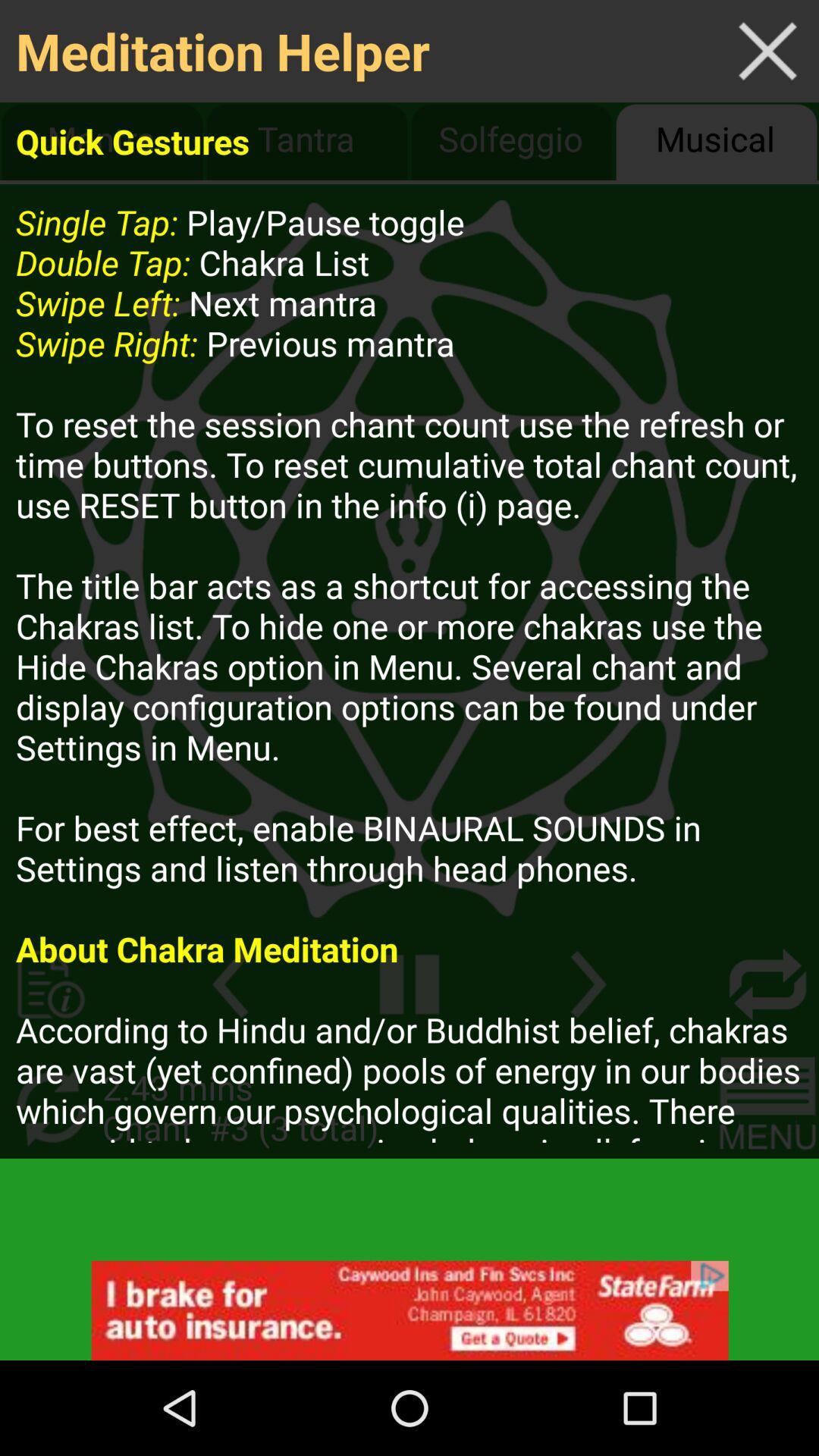  I want to click on the arrow_forward icon, so click(588, 1053).